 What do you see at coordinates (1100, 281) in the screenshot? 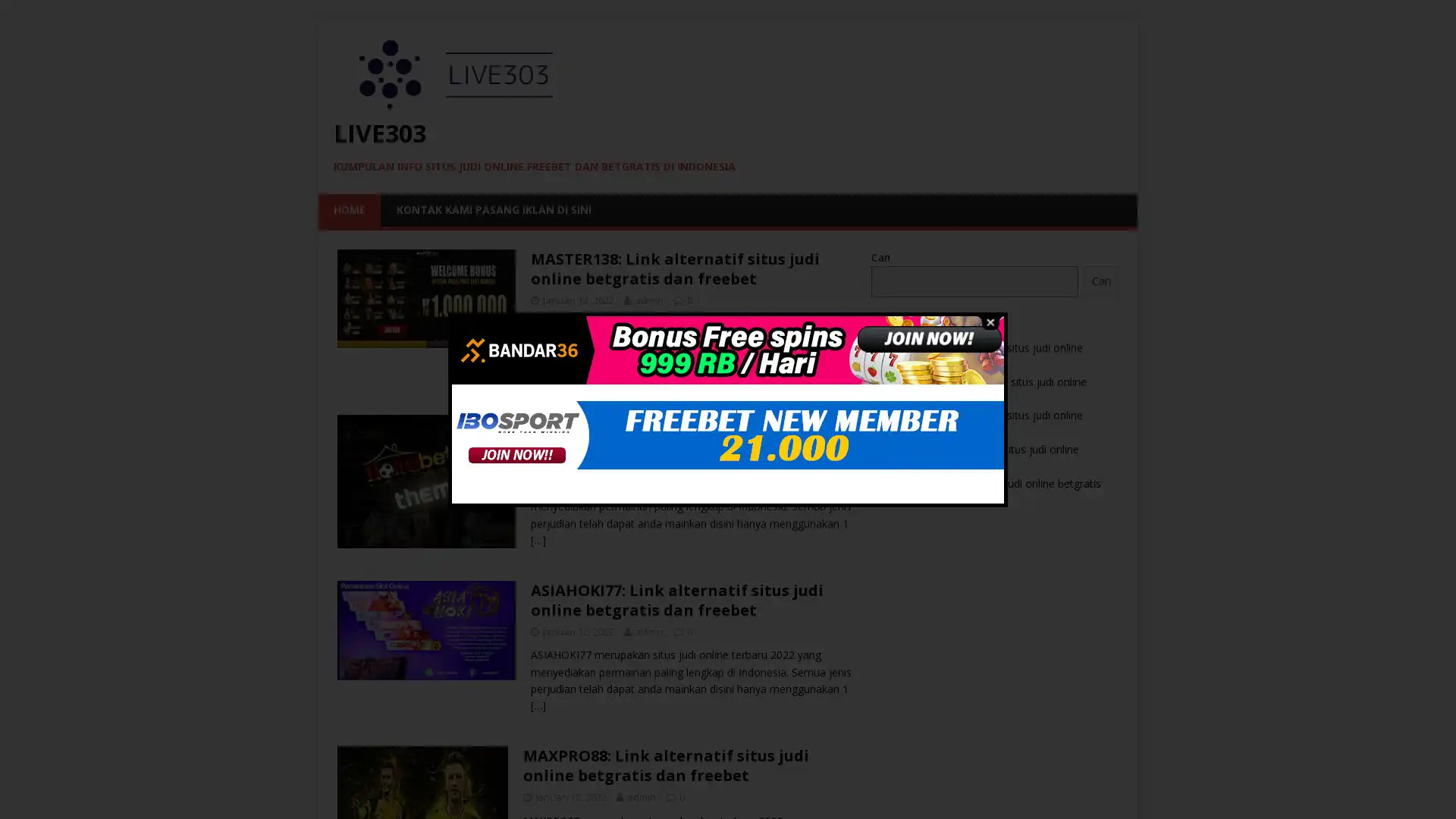
I see `Cari` at bounding box center [1100, 281].